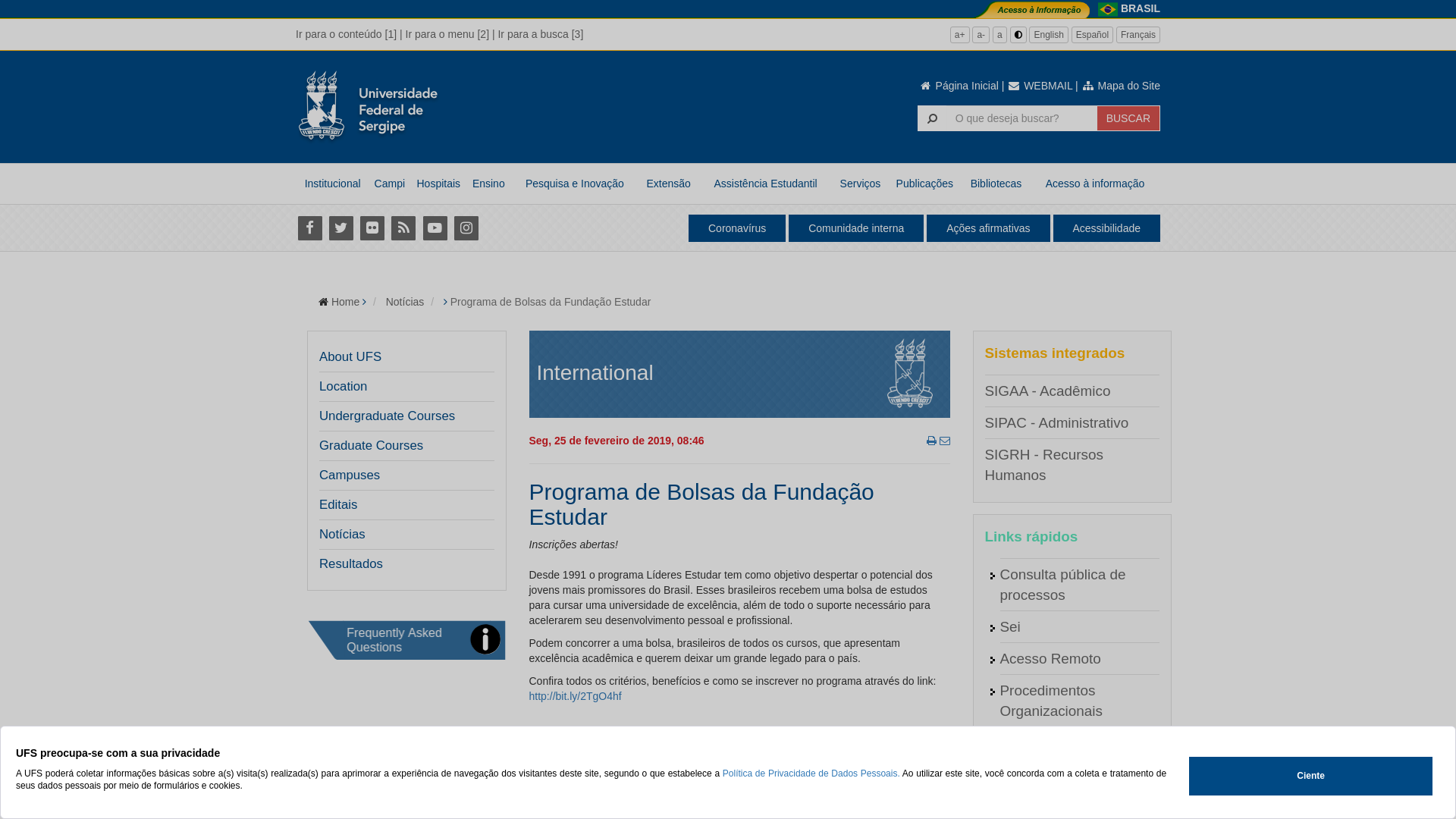 The width and height of the screenshot is (1456, 819). I want to click on 'http://bit.ly/2TgO4hf', so click(574, 696).